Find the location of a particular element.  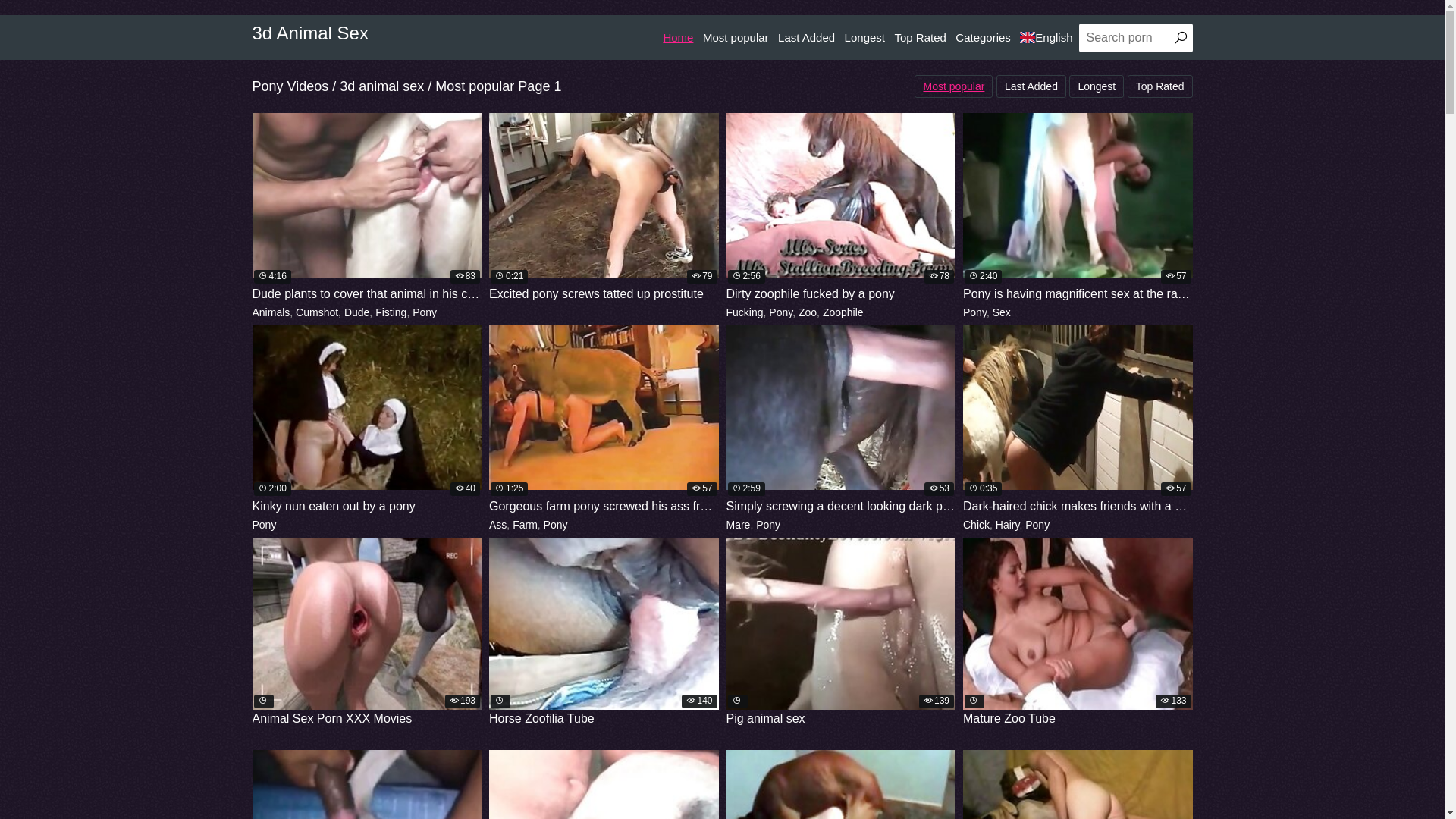

'Zoo' is located at coordinates (807, 312).